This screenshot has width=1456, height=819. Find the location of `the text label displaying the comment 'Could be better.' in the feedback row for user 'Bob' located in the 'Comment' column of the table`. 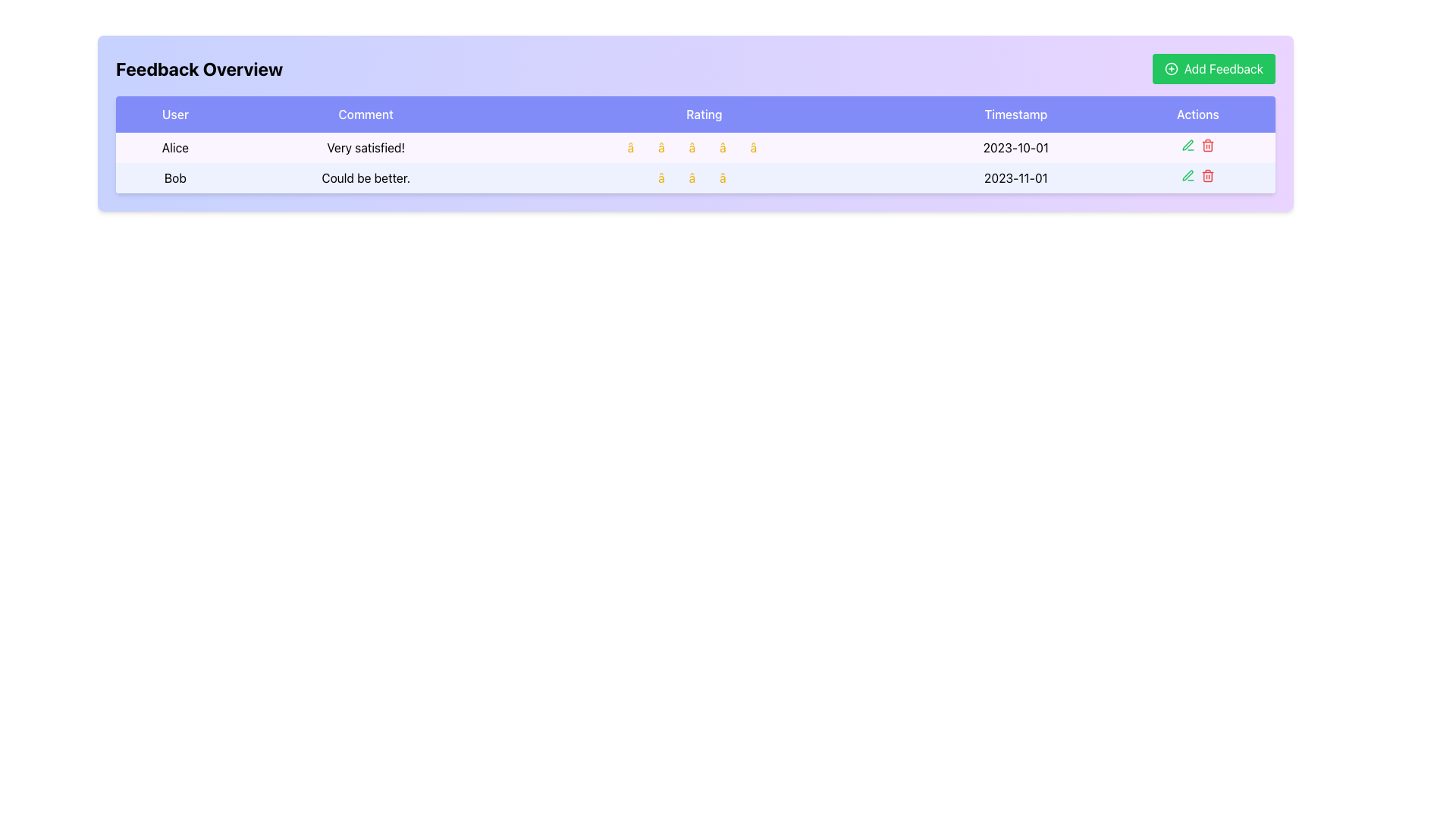

the text label displaying the comment 'Could be better.' in the feedback row for user 'Bob' located in the 'Comment' column of the table is located at coordinates (366, 177).